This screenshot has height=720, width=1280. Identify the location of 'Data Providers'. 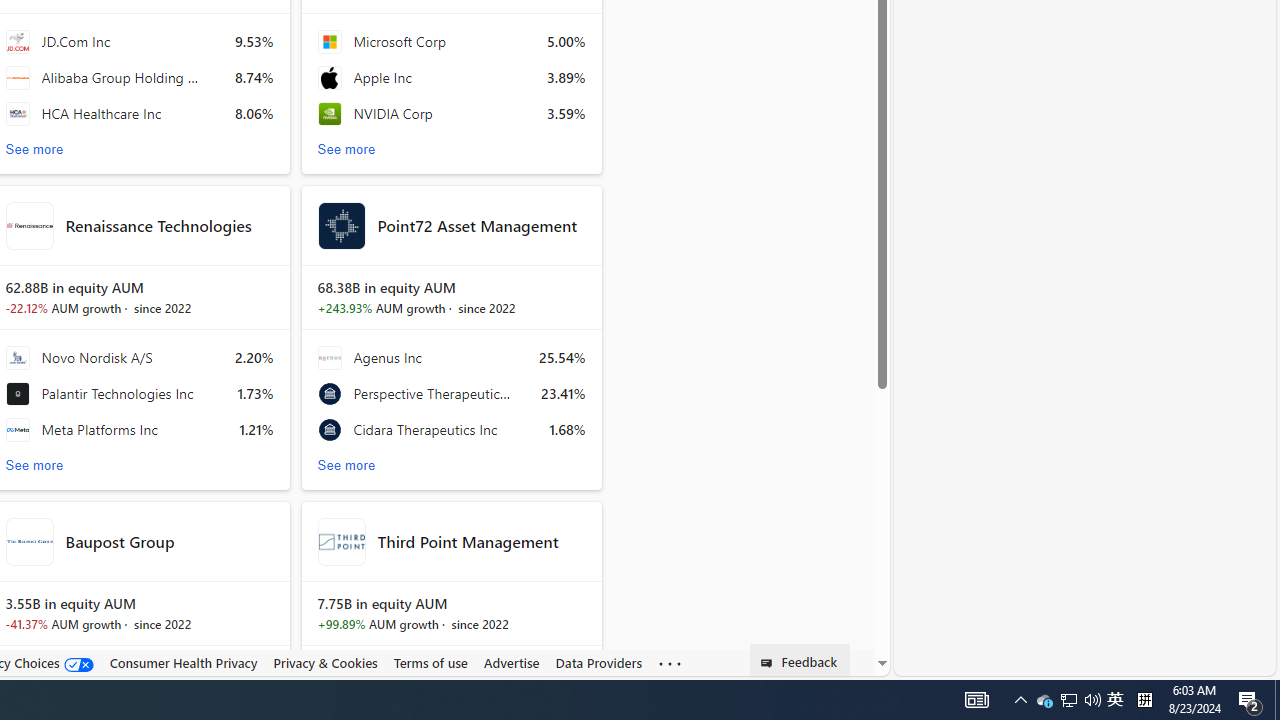
(598, 663).